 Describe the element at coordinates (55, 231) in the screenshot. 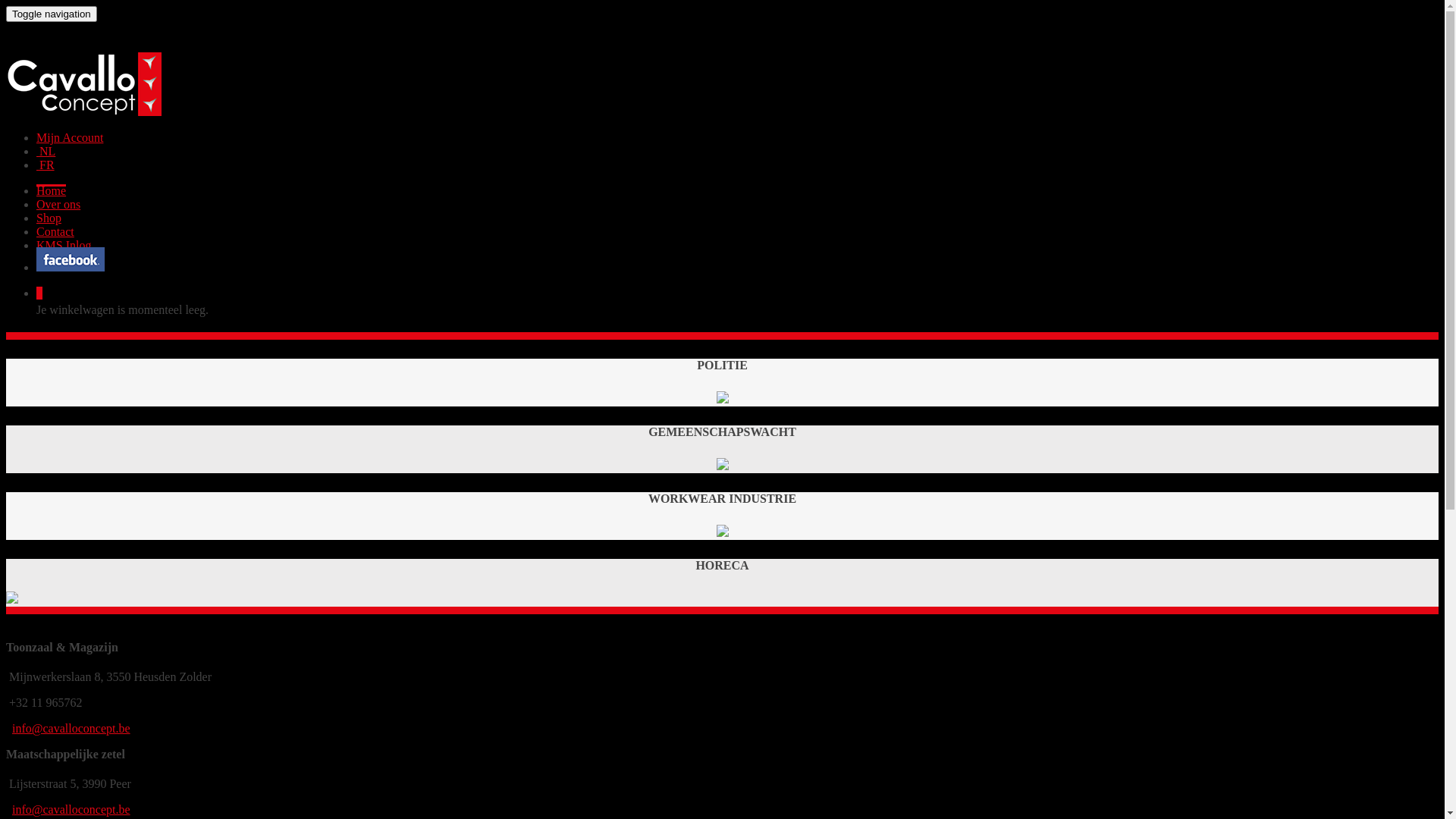

I see `'Contact'` at that location.